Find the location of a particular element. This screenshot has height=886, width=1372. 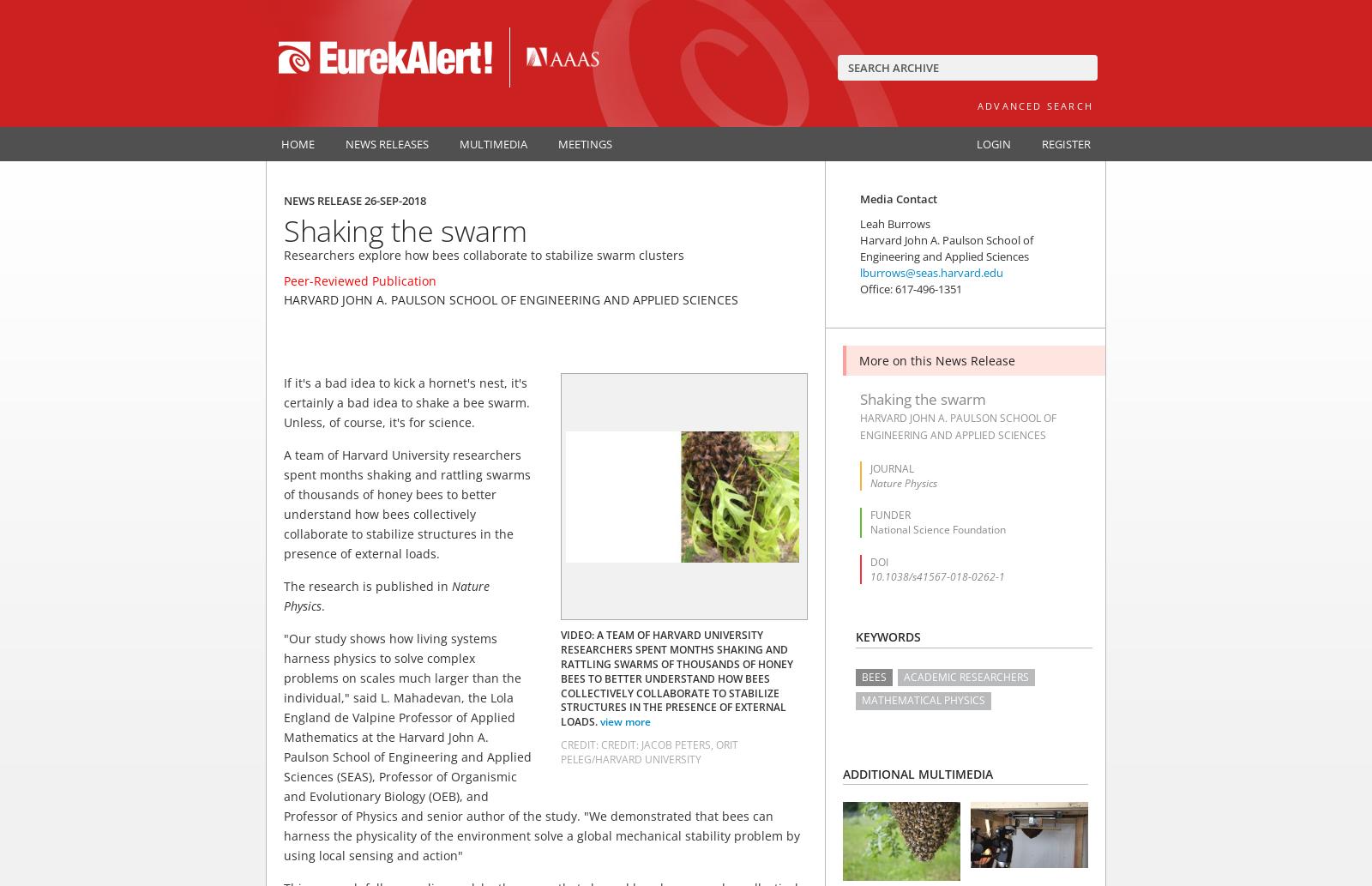

'view' is located at coordinates (612, 721).